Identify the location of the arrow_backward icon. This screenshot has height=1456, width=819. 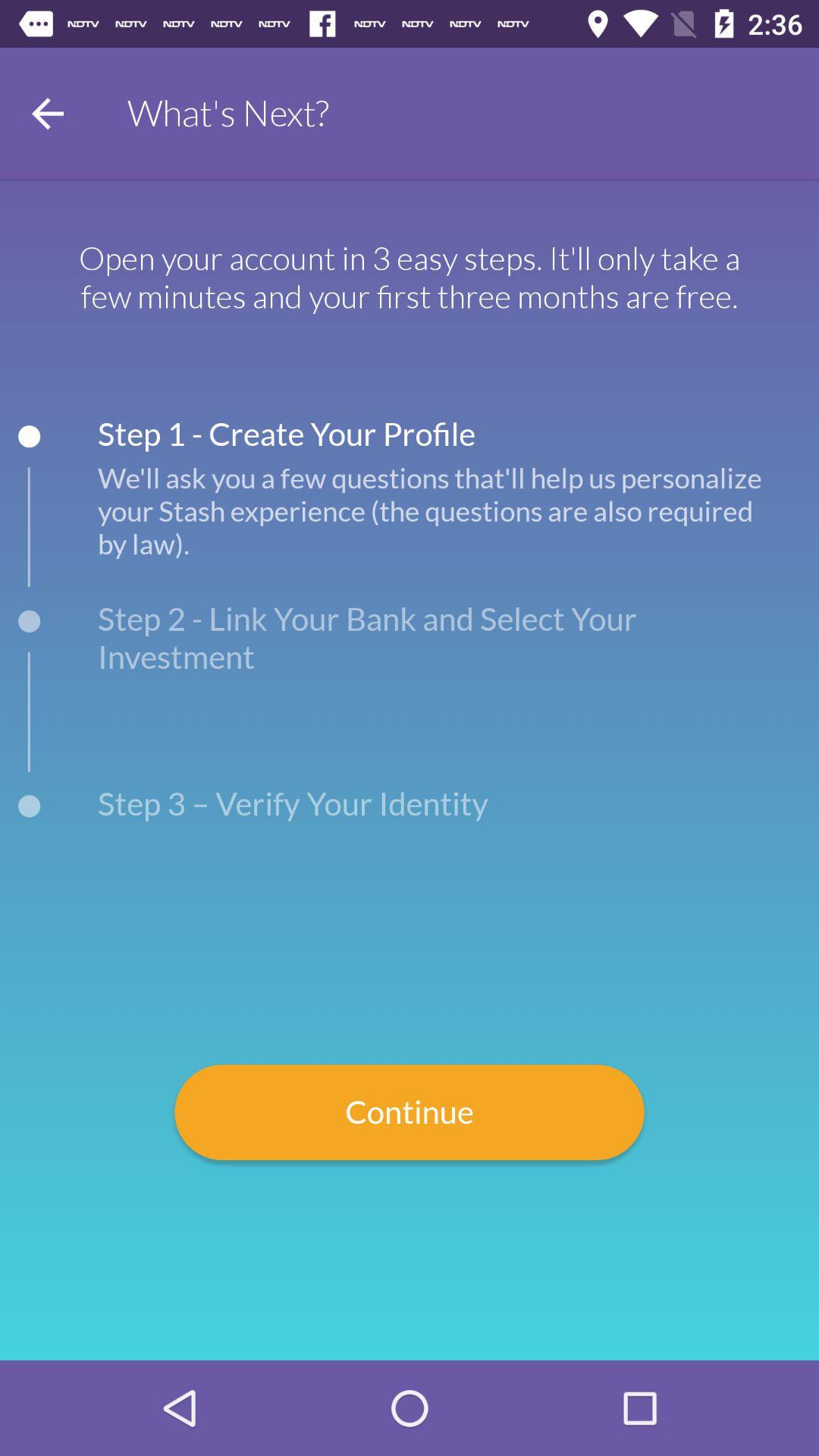
(46, 112).